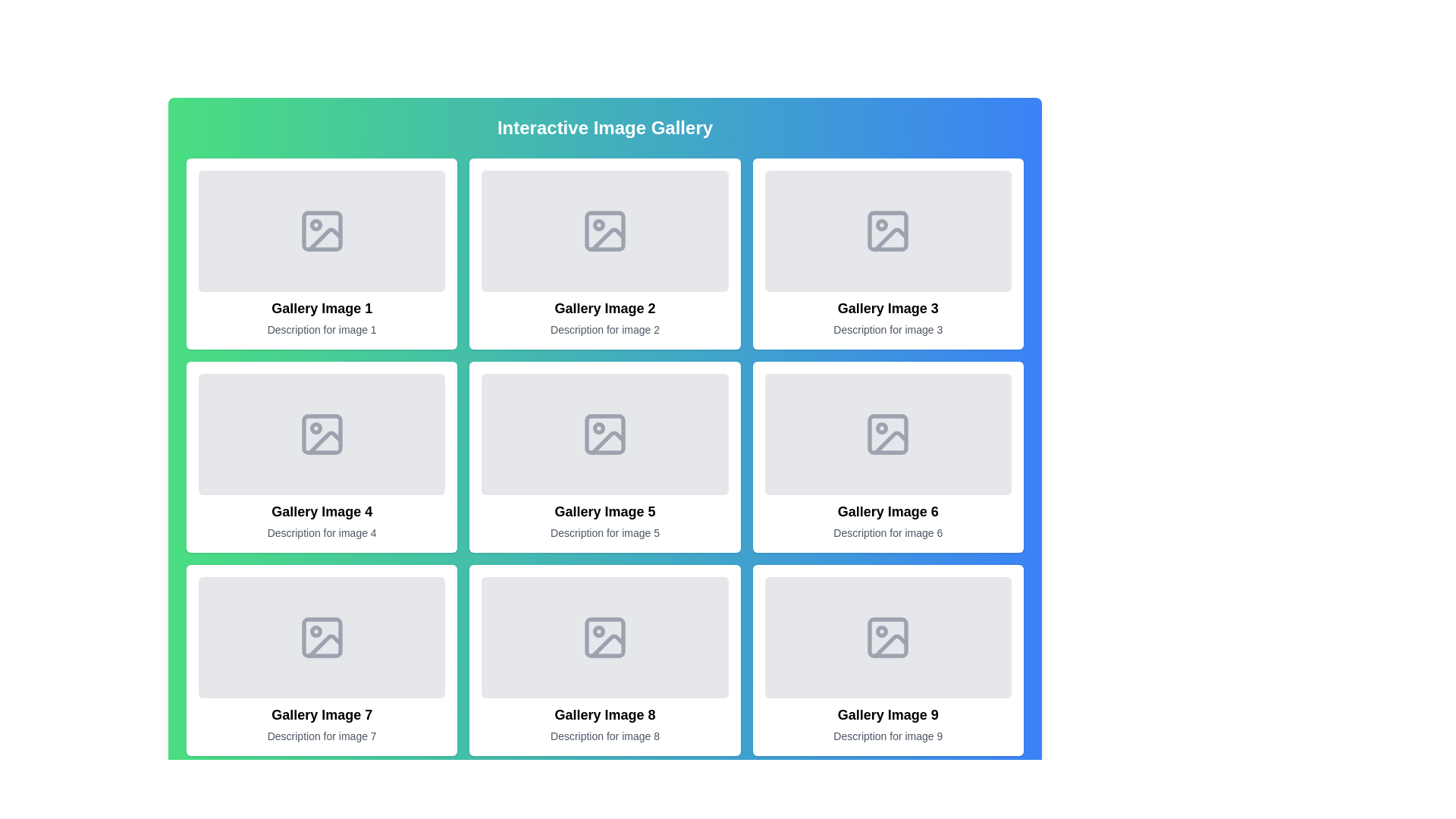 The width and height of the screenshot is (1456, 819). I want to click on text label located below the title 'Gallery Image 1' in the first gallery item of the grid layout, so click(321, 329).